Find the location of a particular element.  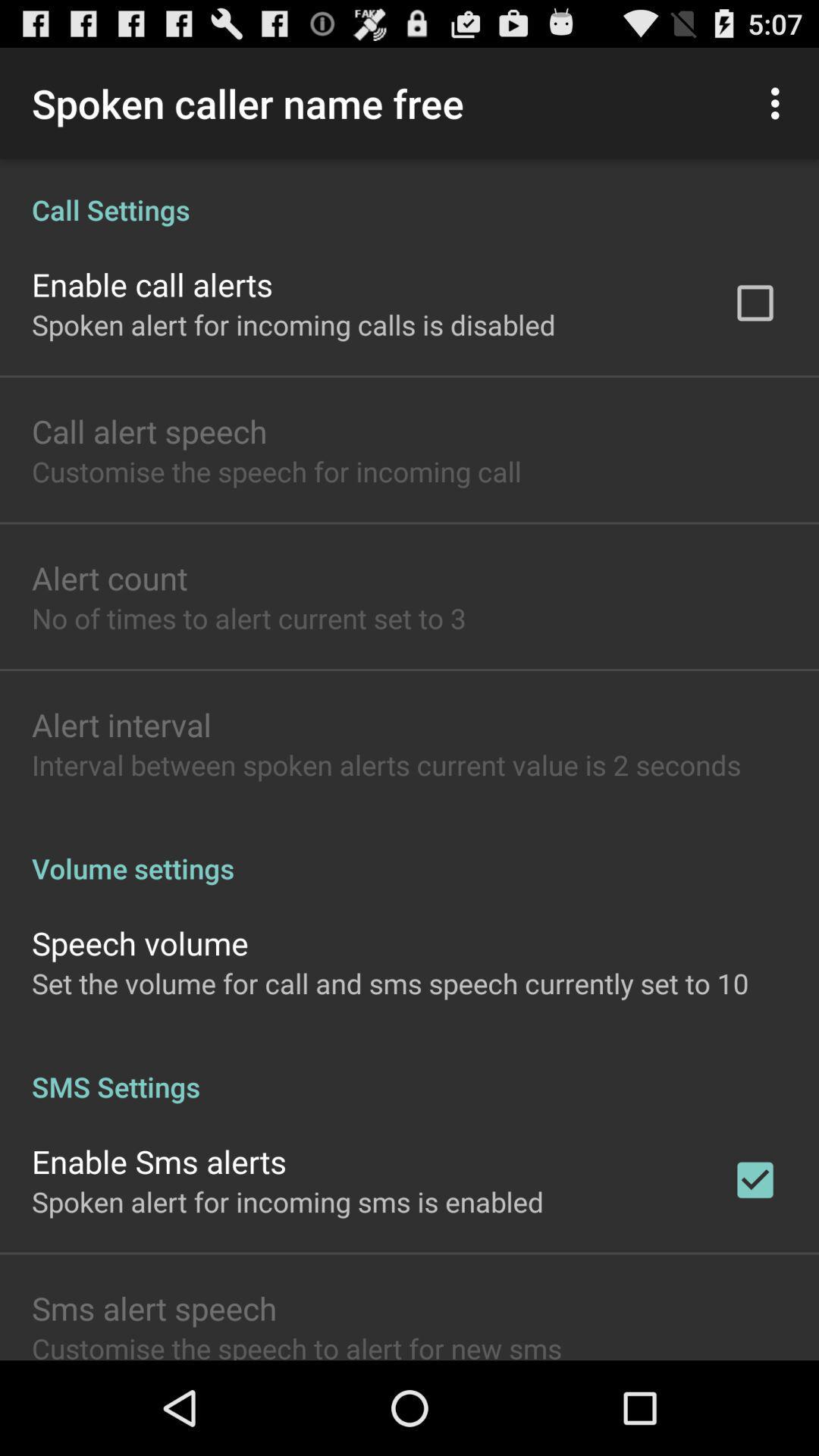

the item to the right of spoken caller name item is located at coordinates (779, 102).